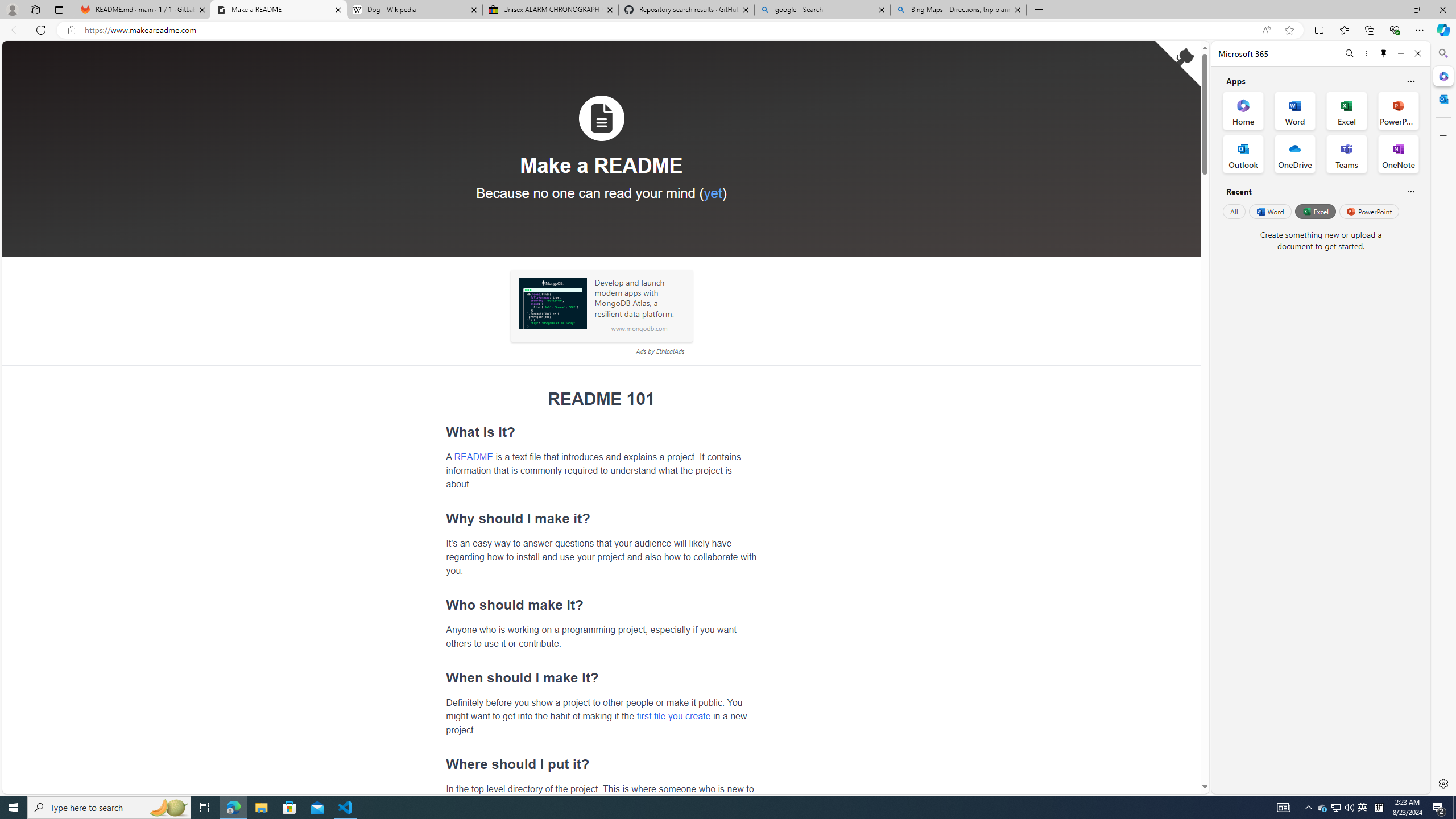  What do you see at coordinates (1243, 154) in the screenshot?
I see `'Outlook Office App'` at bounding box center [1243, 154].